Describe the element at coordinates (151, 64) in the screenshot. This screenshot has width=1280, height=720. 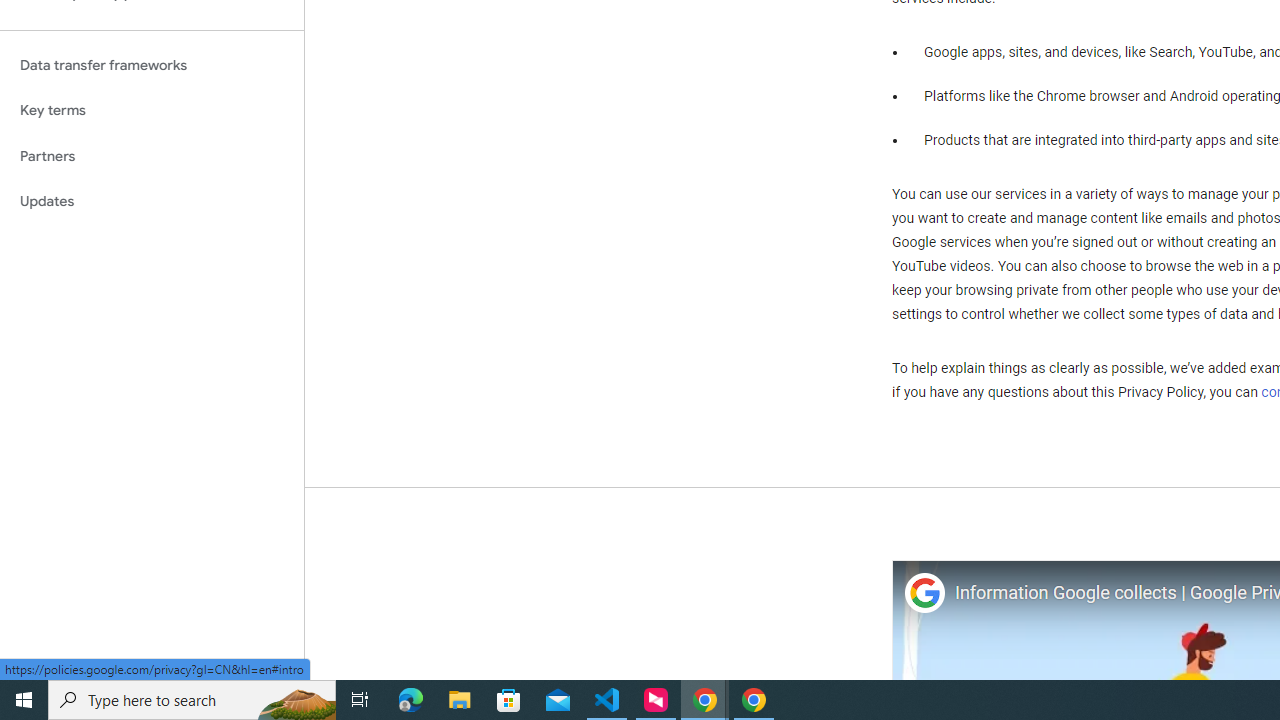
I see `'Data transfer frameworks'` at that location.